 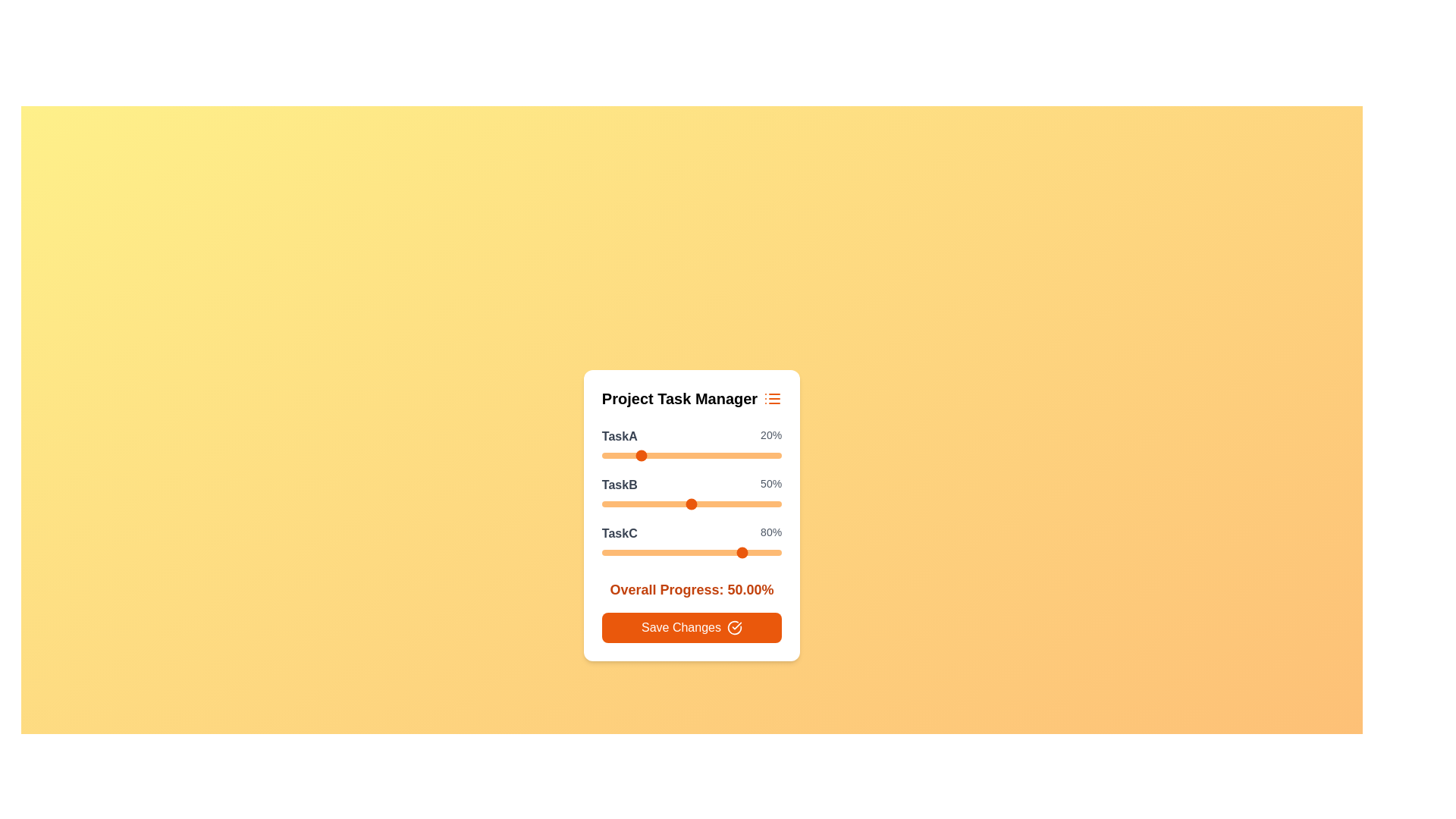 What do you see at coordinates (707, 504) in the screenshot?
I see `the TaskB slider to 59%` at bounding box center [707, 504].